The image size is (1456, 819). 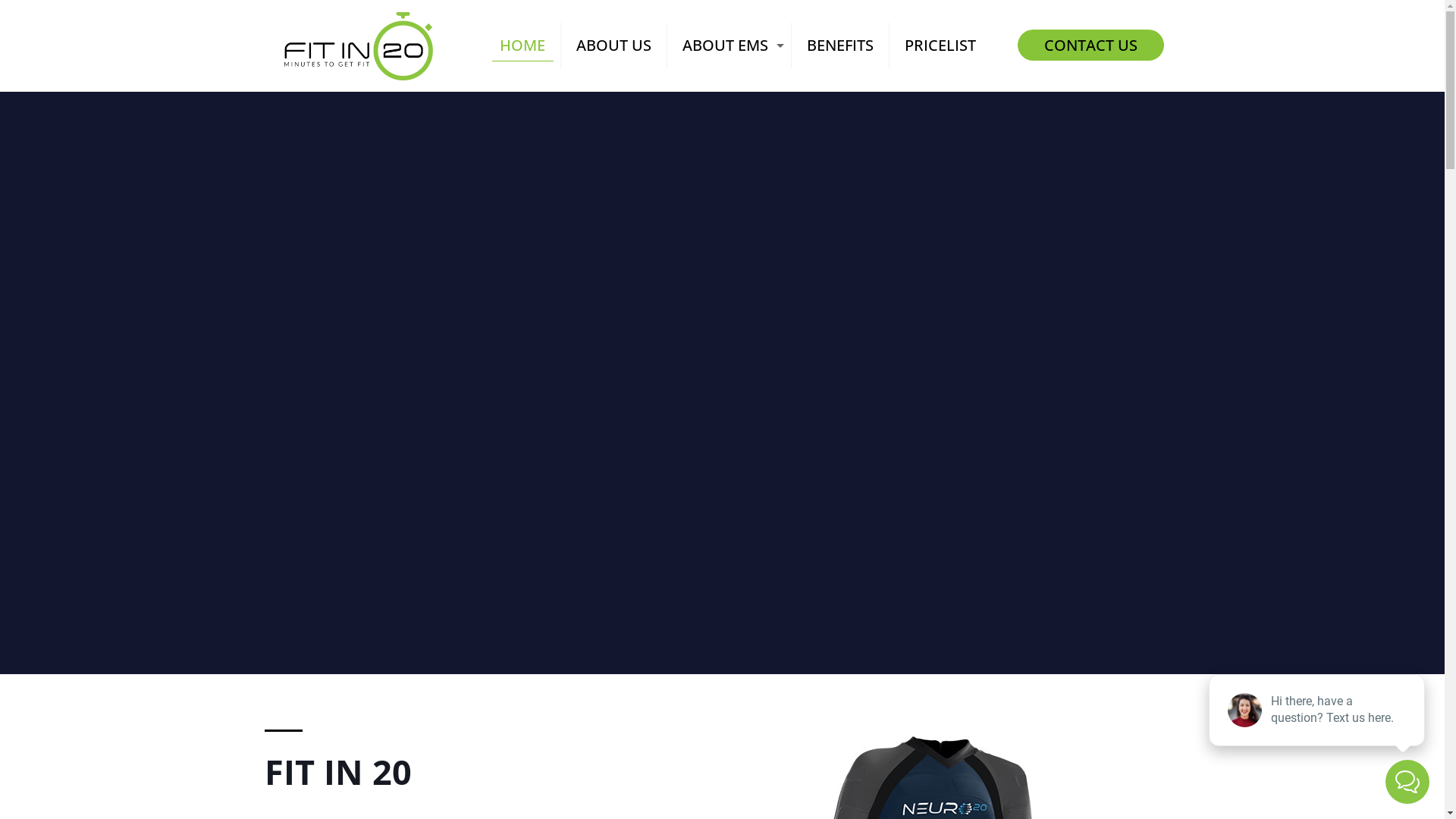 What do you see at coordinates (839, 45) in the screenshot?
I see `'BENEFITS'` at bounding box center [839, 45].